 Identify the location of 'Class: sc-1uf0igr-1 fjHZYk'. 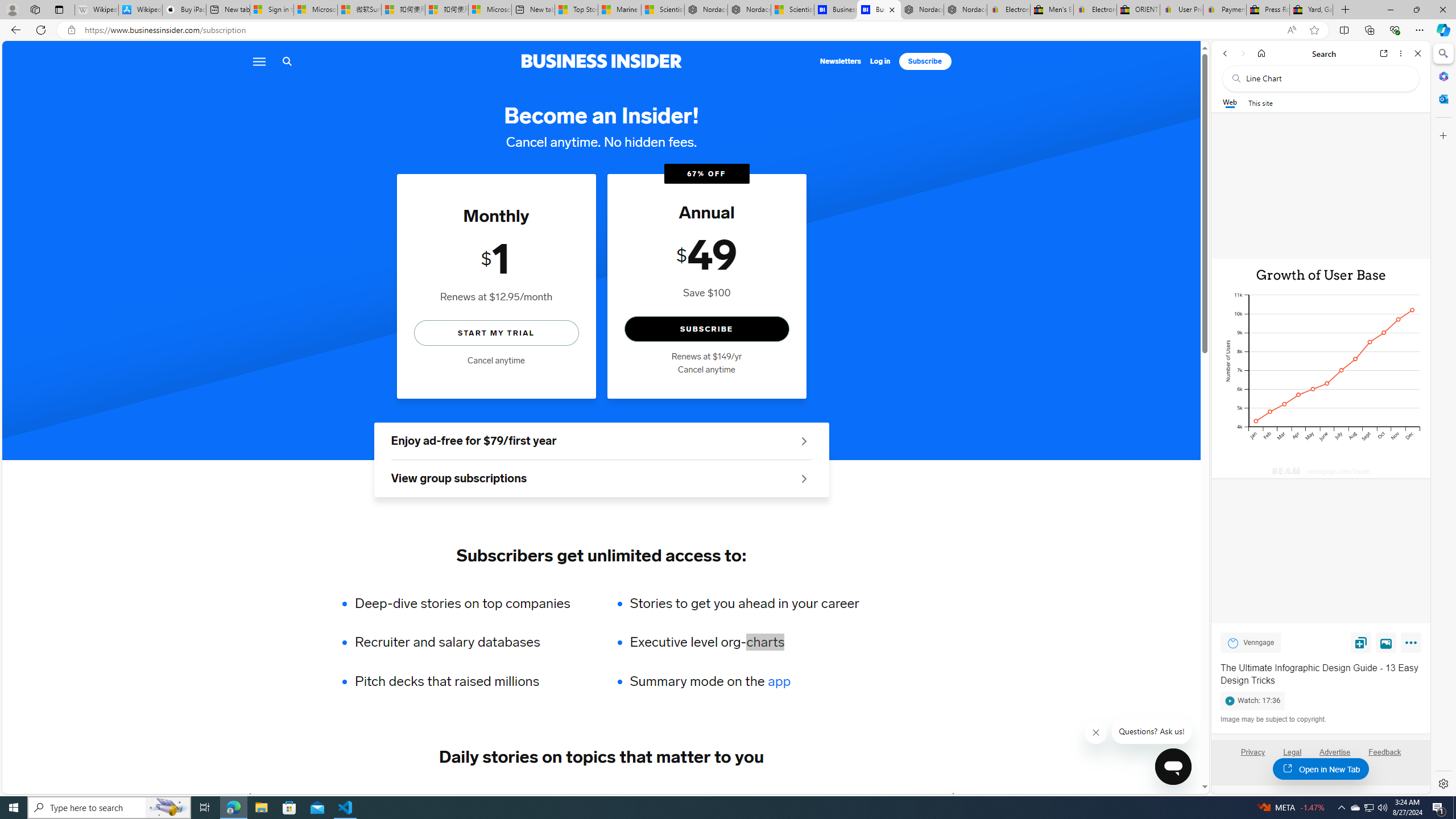
(1096, 732).